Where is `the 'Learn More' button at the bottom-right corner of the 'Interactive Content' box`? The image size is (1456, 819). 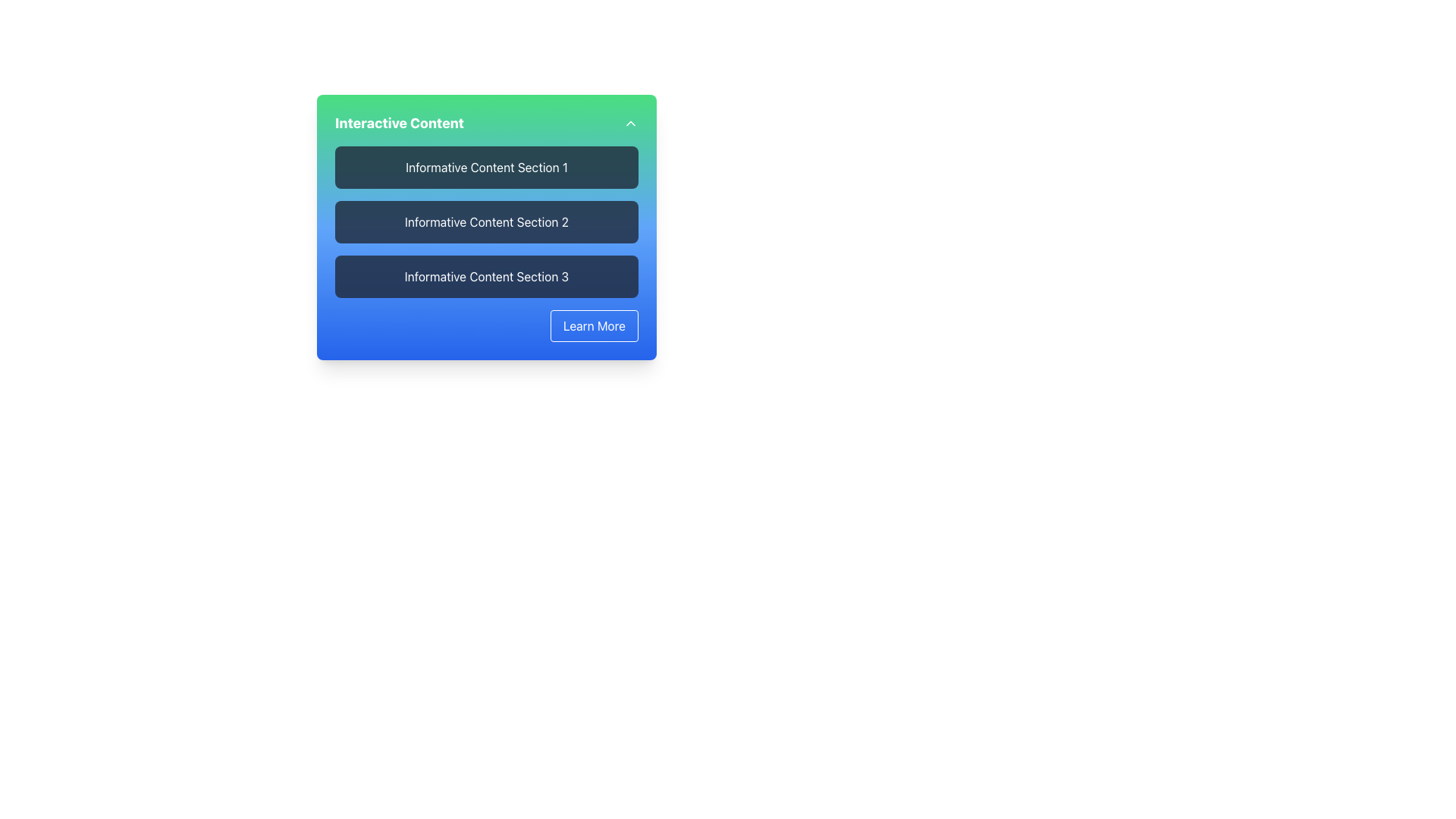
the 'Learn More' button at the bottom-right corner of the 'Interactive Content' box is located at coordinates (593, 325).